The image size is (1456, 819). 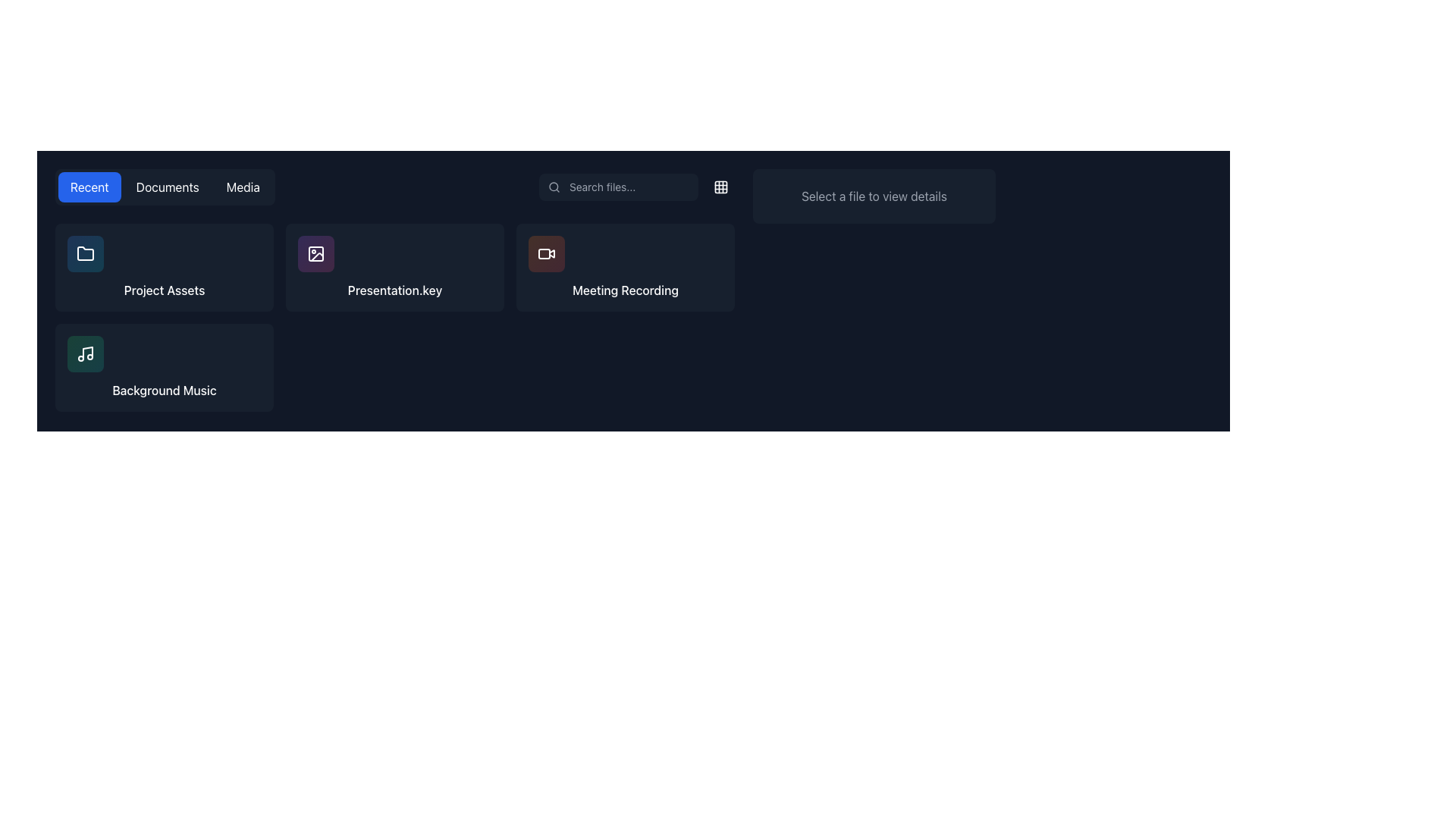 What do you see at coordinates (553, 186) in the screenshot?
I see `the SVG Circle component that visually represents a magnifying glass icon in the top right portion of the interface, specifically within the searchable input field area` at bounding box center [553, 186].